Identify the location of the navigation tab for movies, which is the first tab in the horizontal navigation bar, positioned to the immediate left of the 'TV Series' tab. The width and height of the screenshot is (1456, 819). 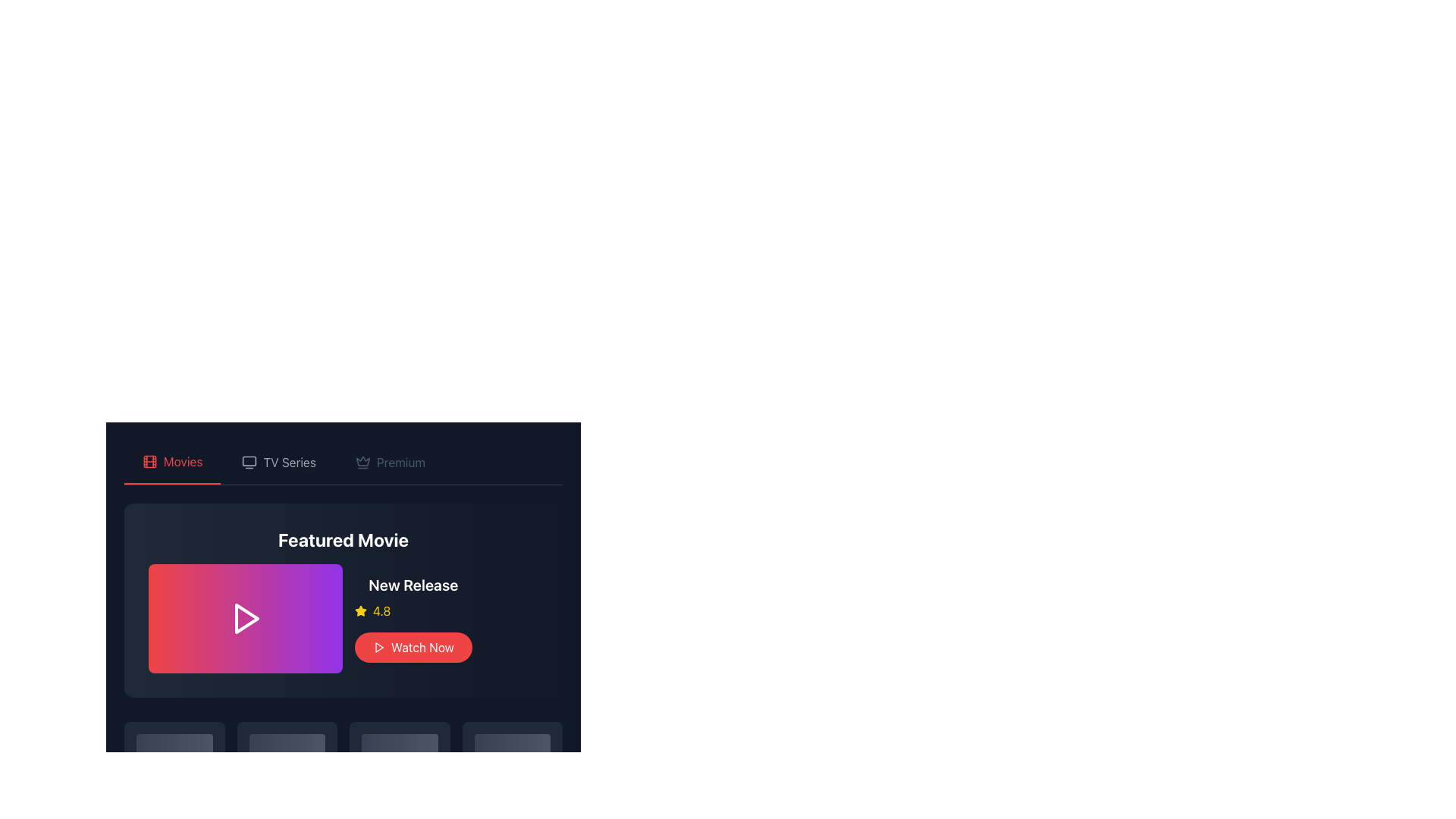
(172, 461).